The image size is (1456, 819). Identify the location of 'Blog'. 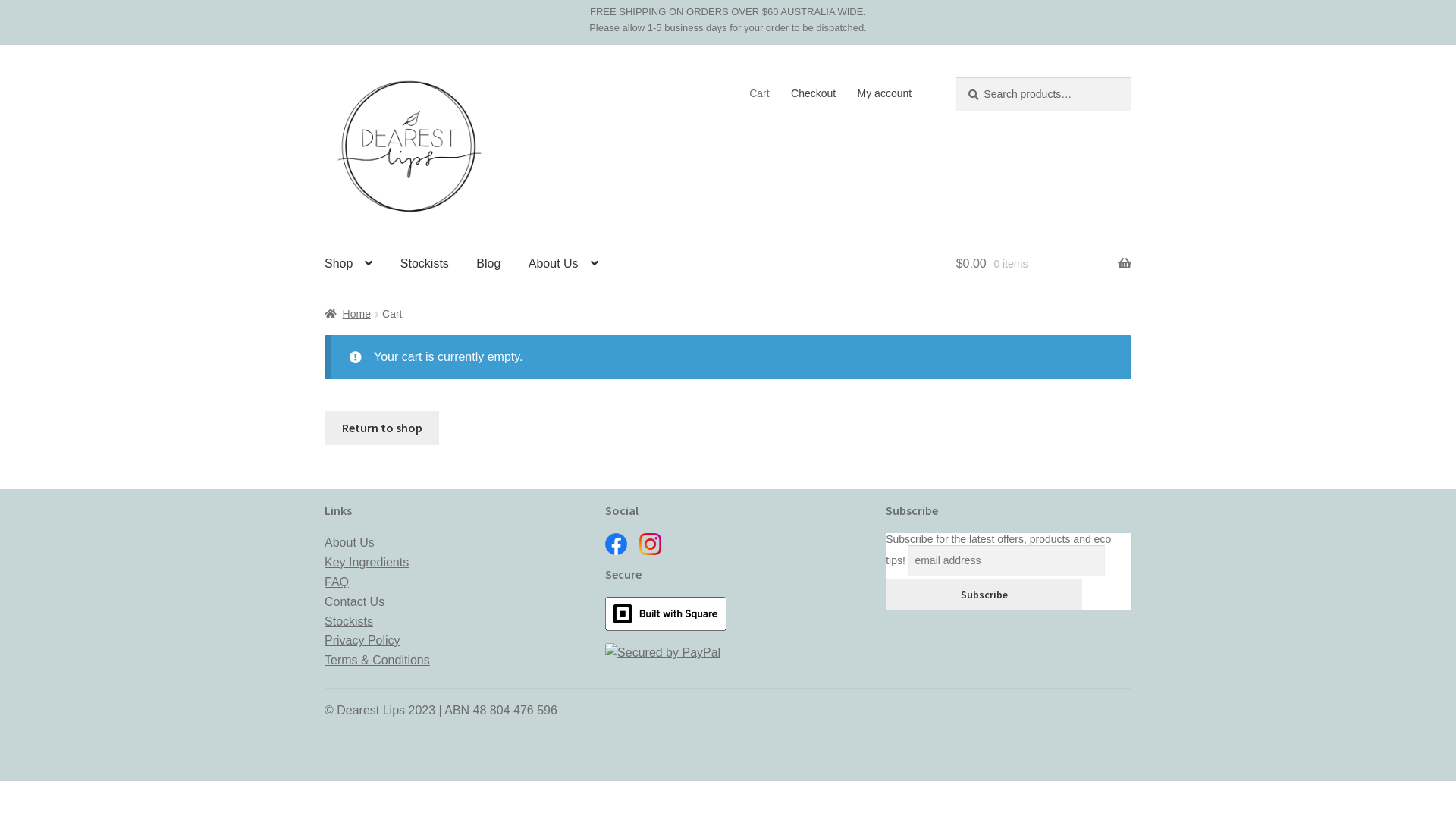
(488, 262).